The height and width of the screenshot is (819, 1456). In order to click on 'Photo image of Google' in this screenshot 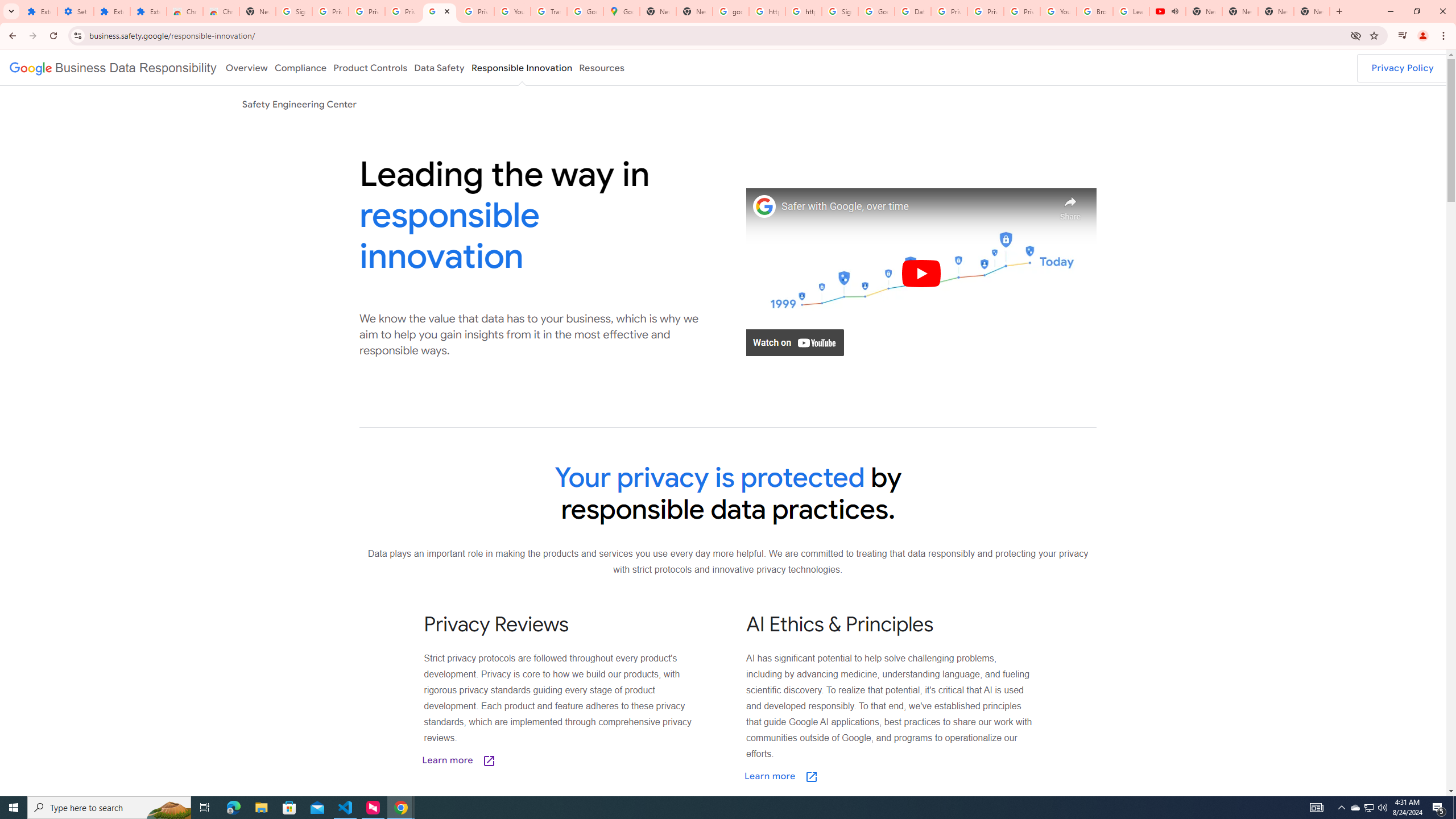, I will do `click(764, 205)`.